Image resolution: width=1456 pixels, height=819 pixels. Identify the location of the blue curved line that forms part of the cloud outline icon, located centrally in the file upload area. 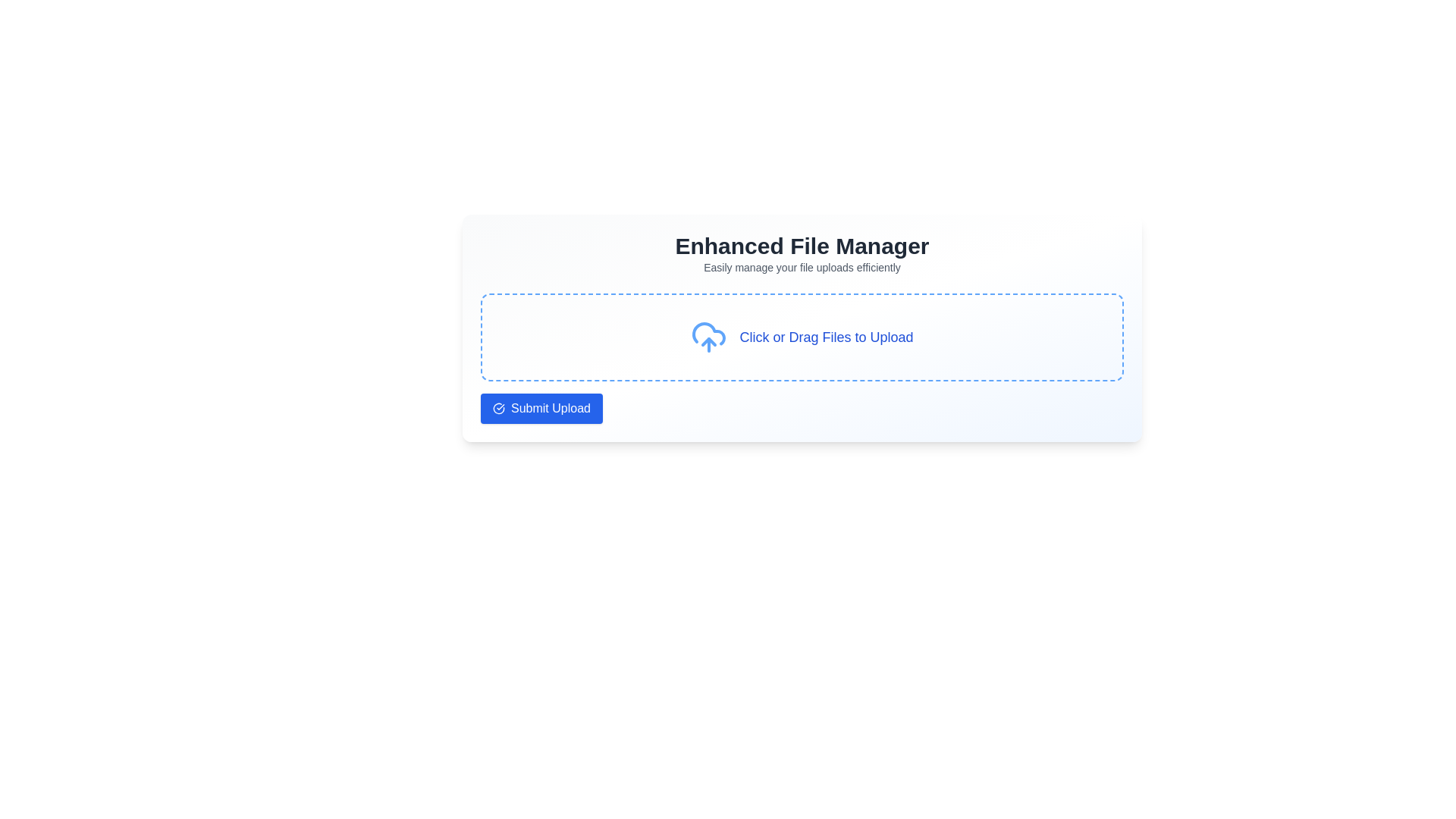
(708, 333).